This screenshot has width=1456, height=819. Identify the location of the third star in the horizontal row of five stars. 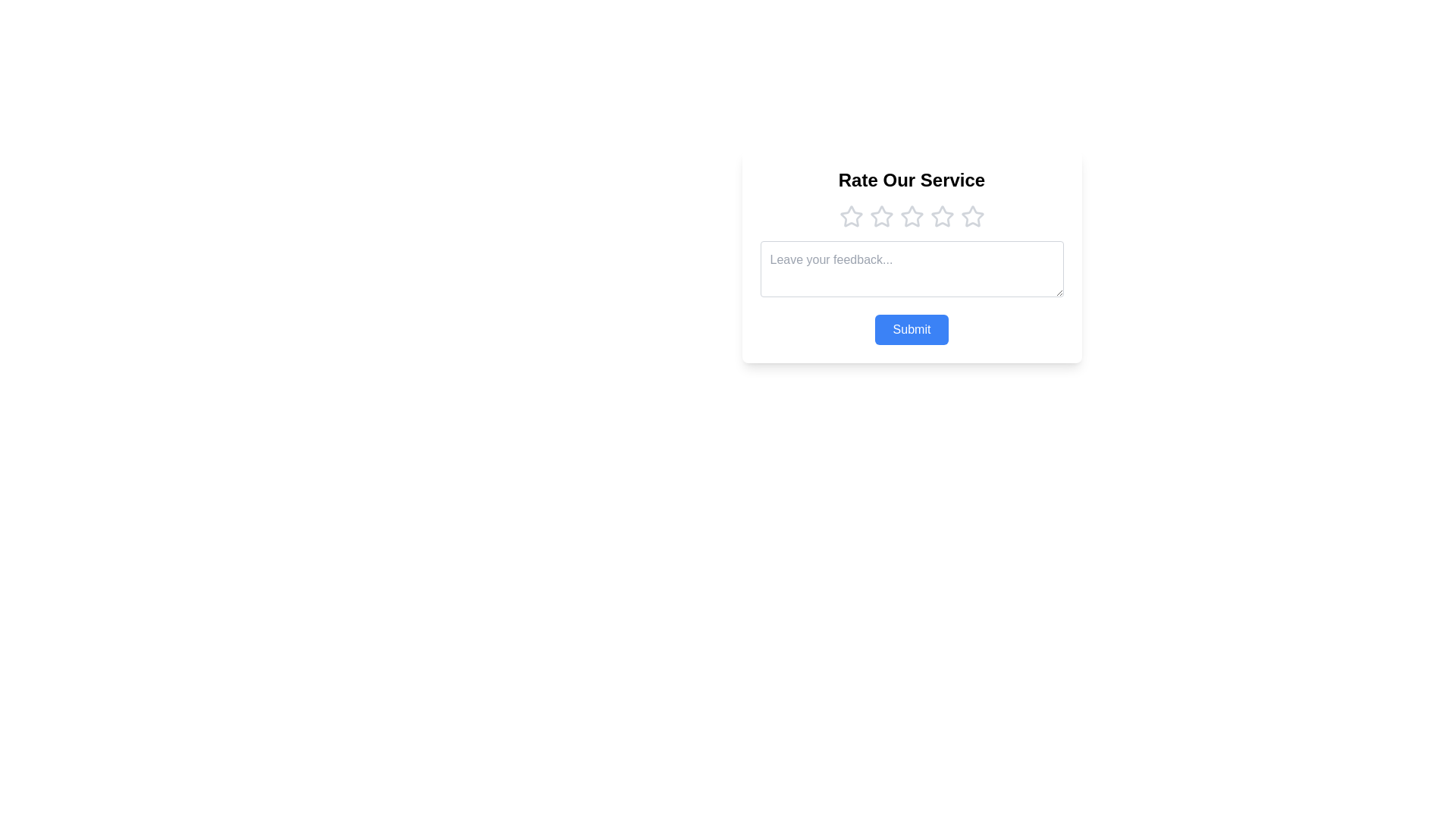
(941, 216).